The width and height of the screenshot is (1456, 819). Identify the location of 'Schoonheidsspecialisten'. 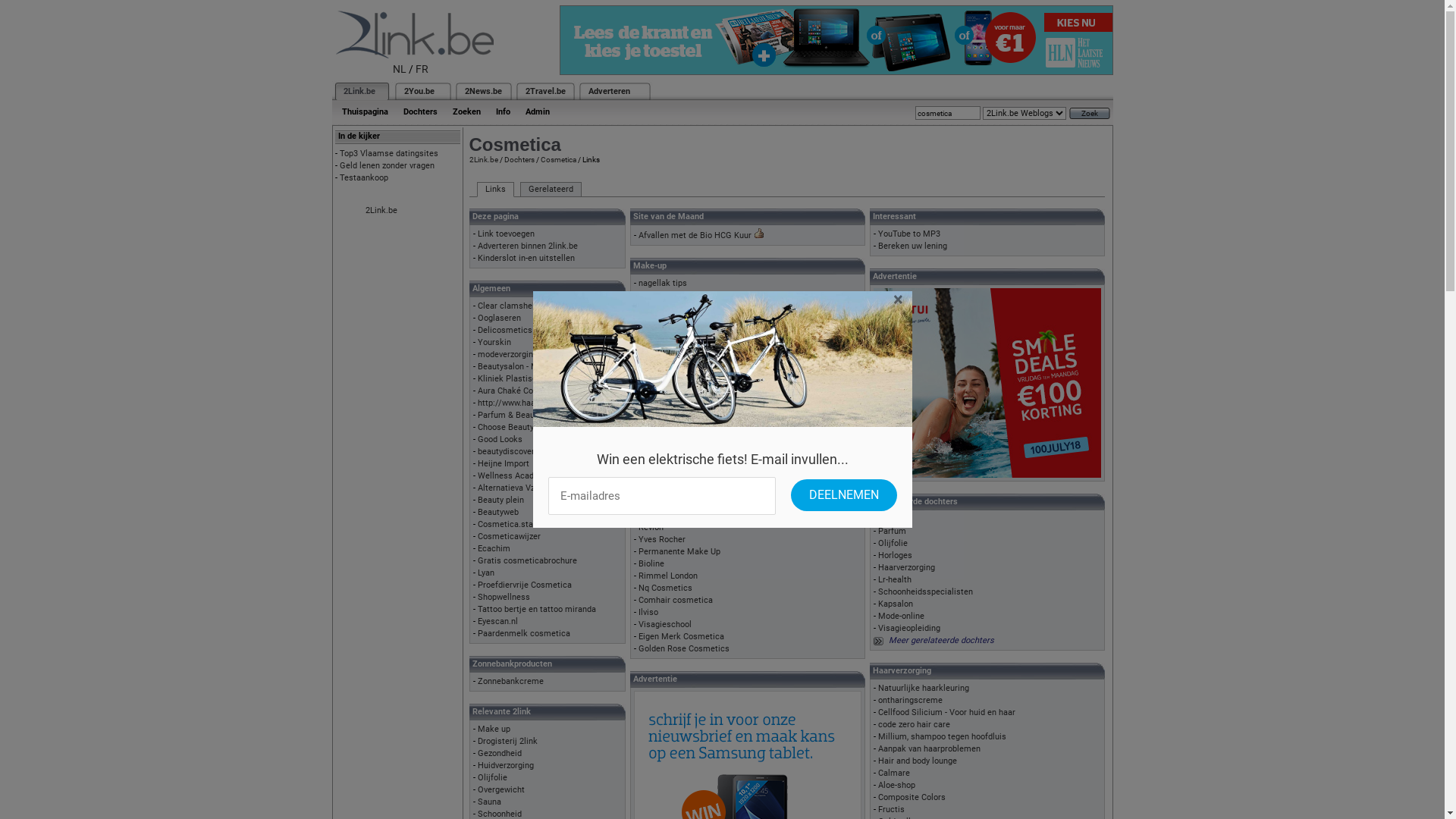
(924, 591).